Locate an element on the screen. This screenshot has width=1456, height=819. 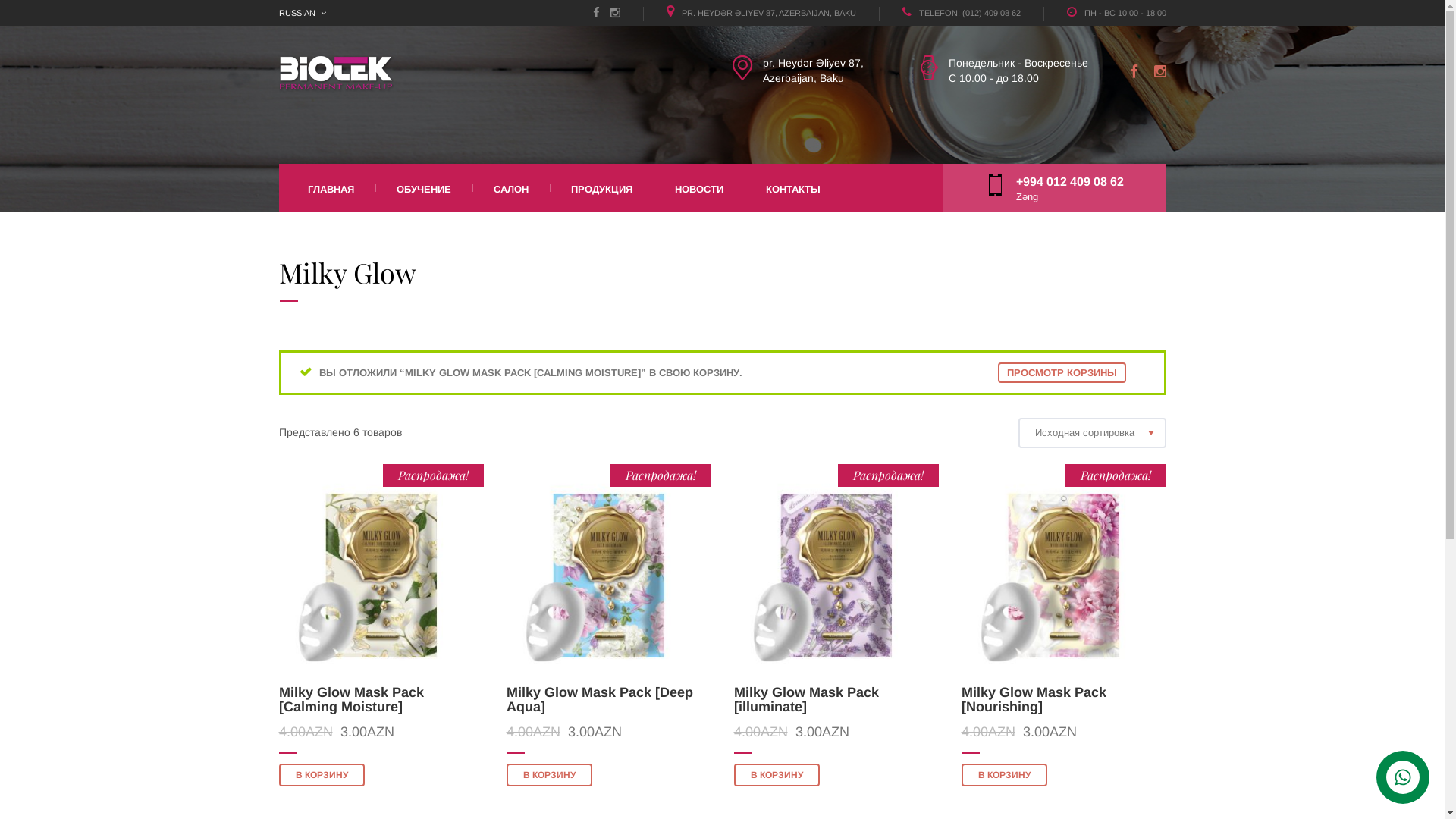
'Milky Glow Mask Pack [Nourishing]' is located at coordinates (1033, 699).